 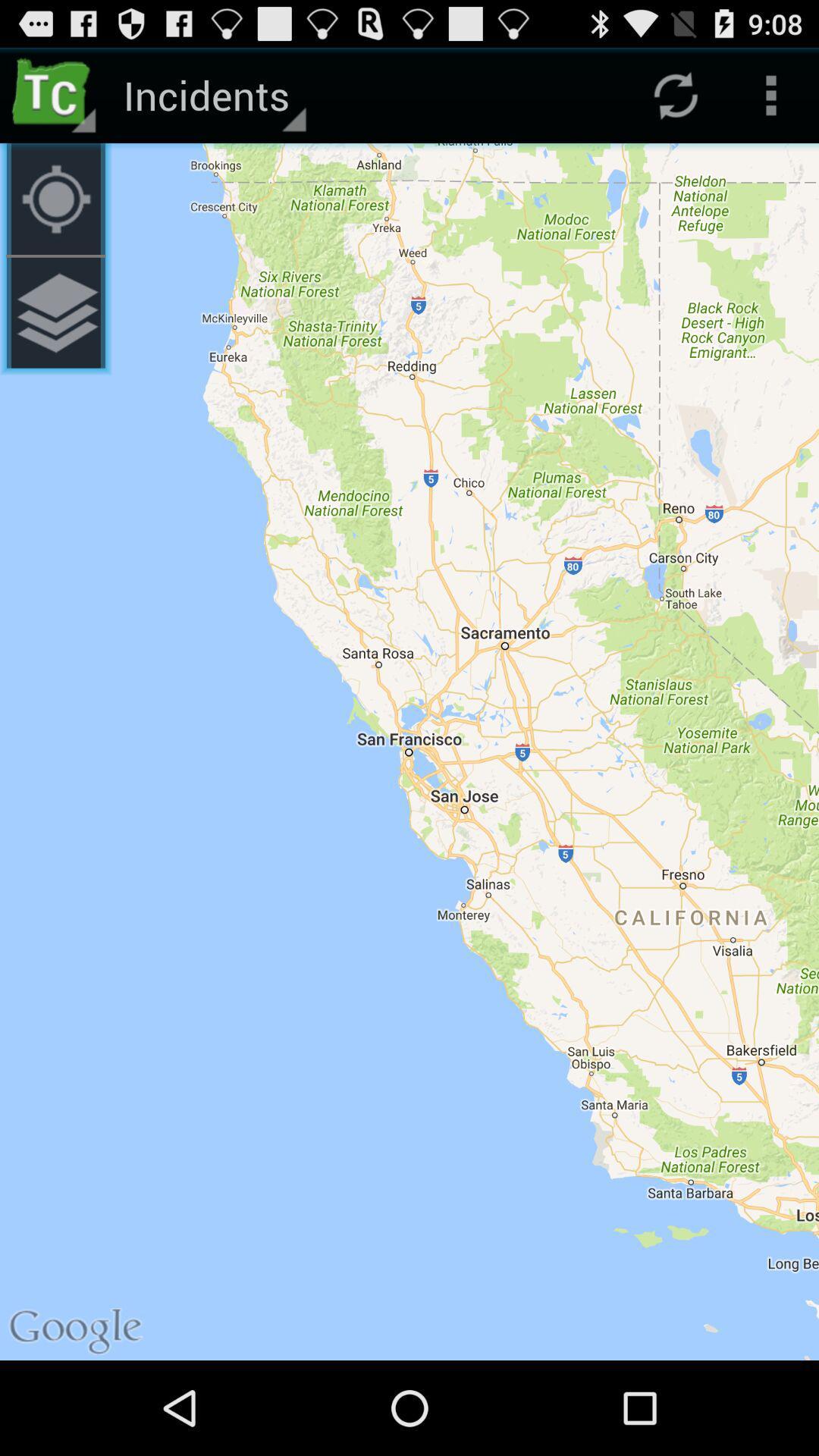 I want to click on the refresh icon, so click(x=675, y=101).